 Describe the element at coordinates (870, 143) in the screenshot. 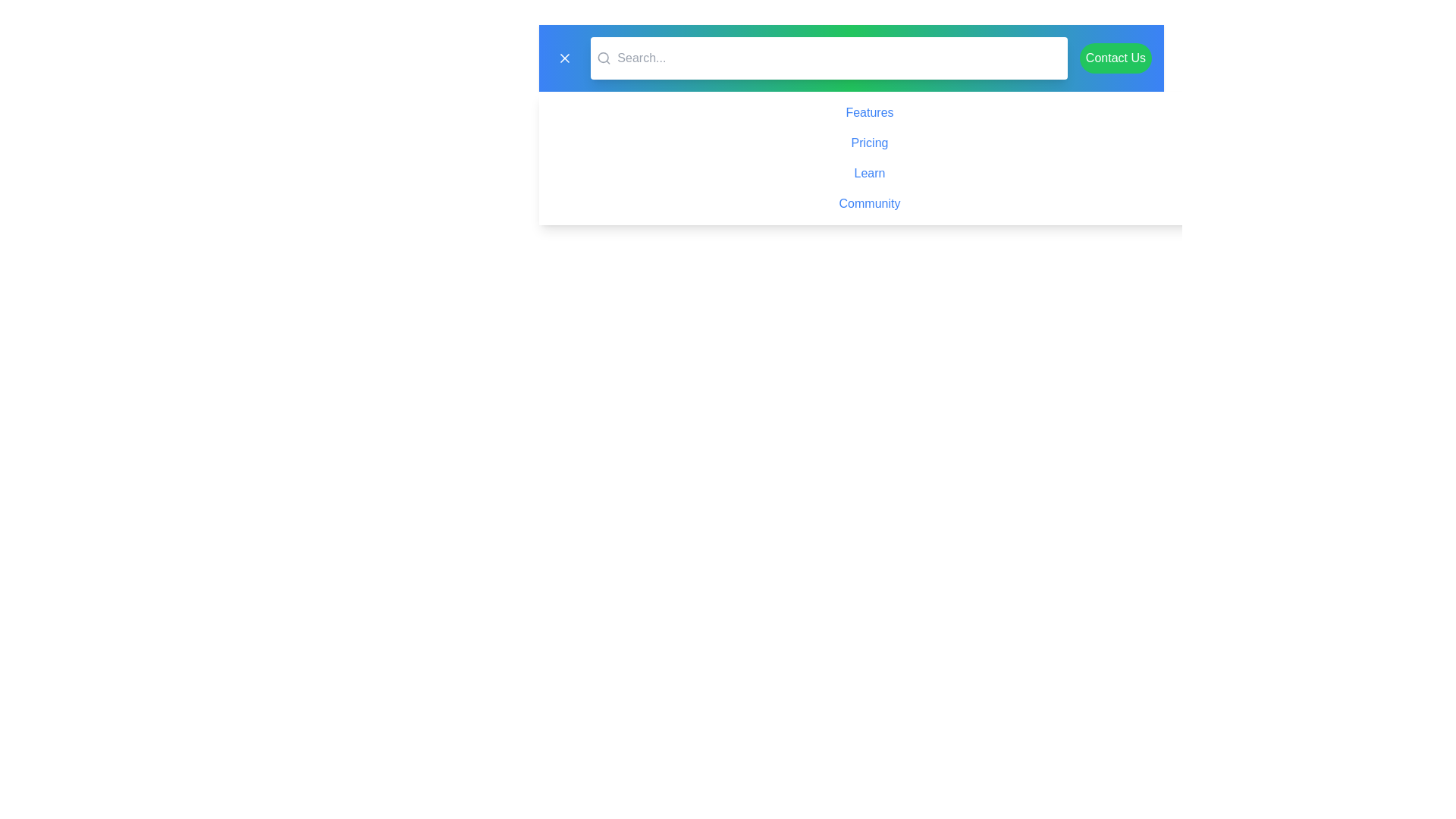

I see `the second hyperlink in the list` at that location.